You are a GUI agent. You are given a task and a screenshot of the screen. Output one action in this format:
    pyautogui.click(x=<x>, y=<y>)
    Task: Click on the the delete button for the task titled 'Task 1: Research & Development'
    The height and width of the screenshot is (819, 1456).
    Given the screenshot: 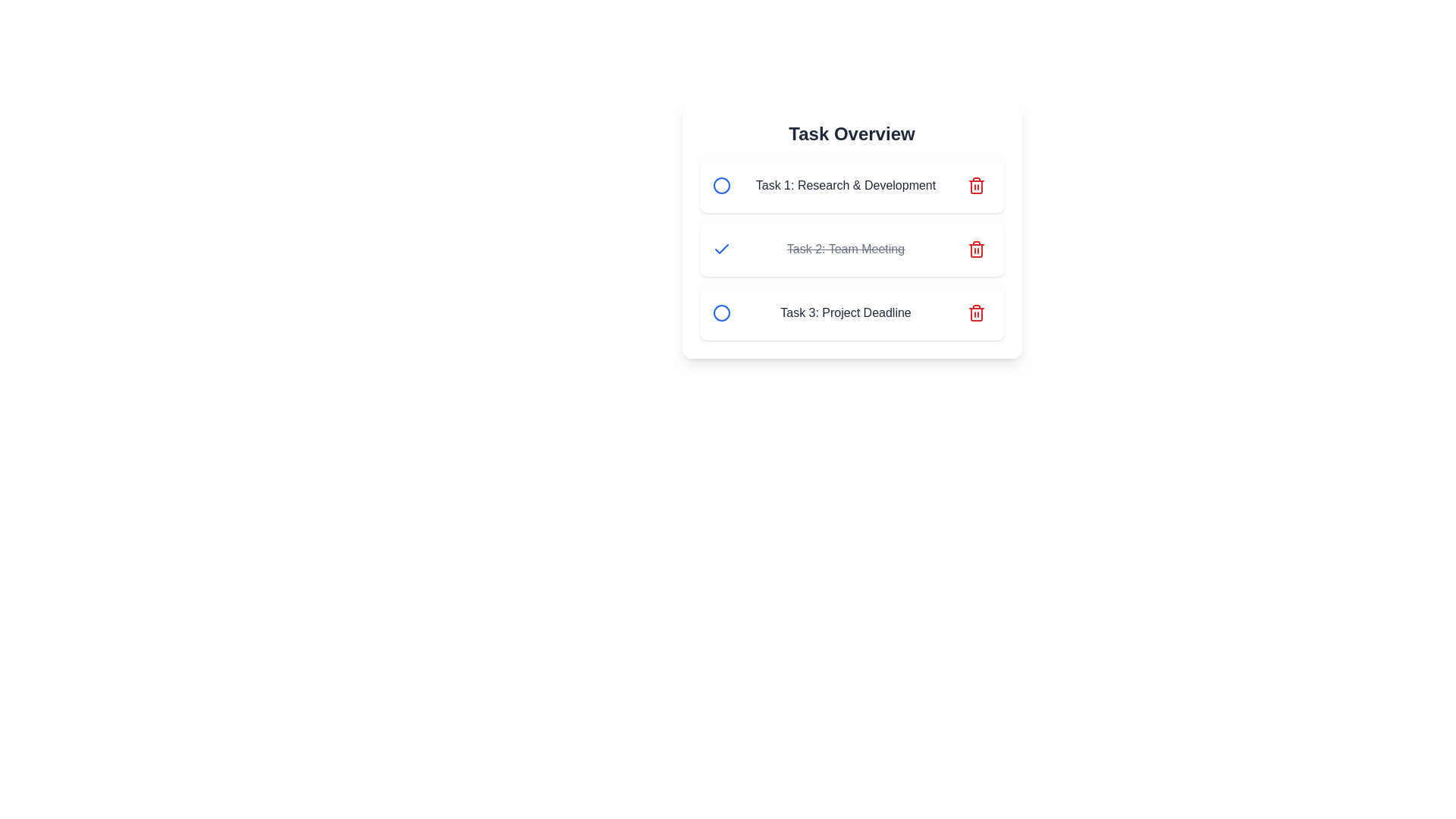 What is the action you would take?
    pyautogui.click(x=976, y=185)
    